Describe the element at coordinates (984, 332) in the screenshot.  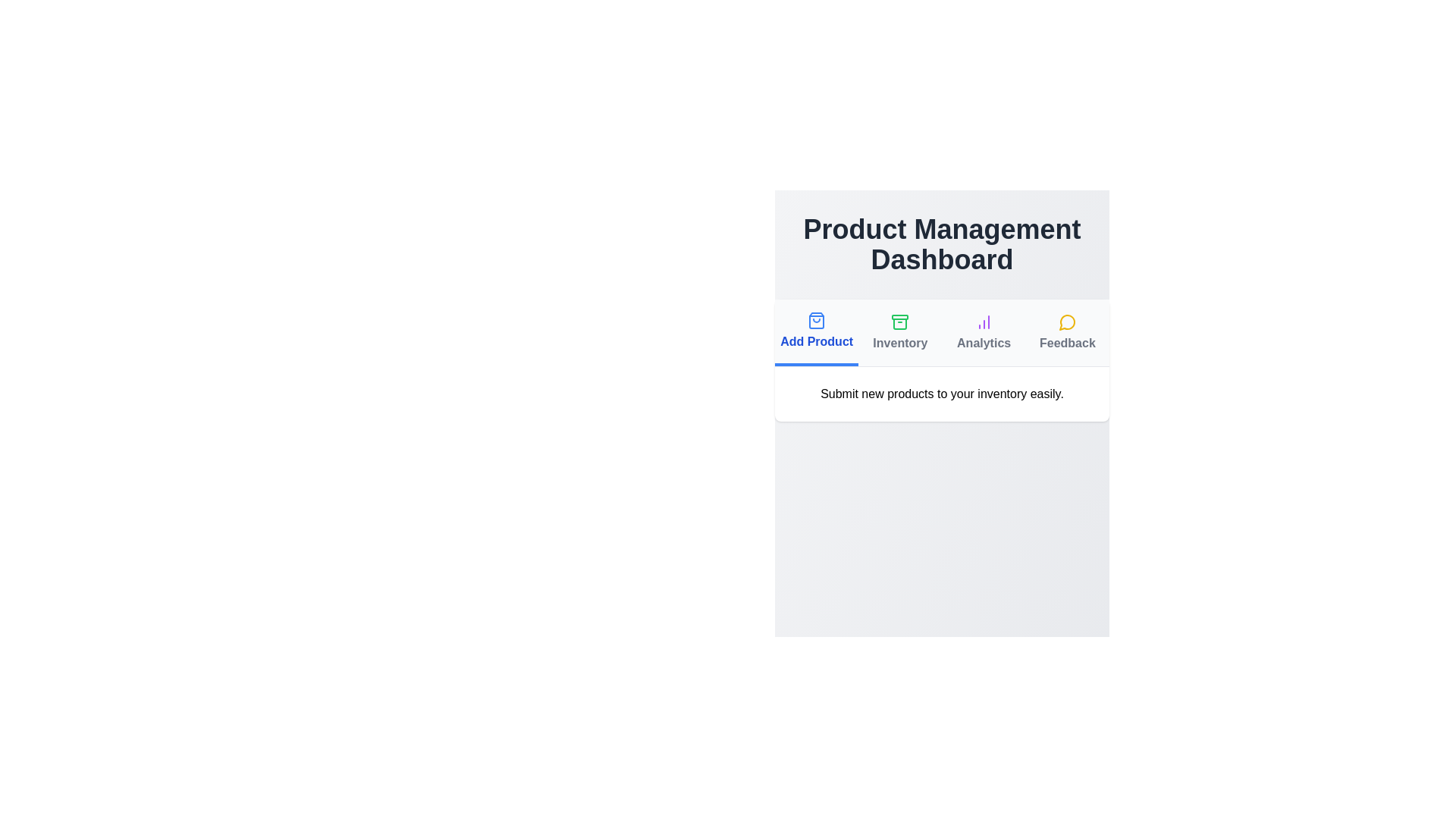
I see `the 'Analytics' button` at that location.